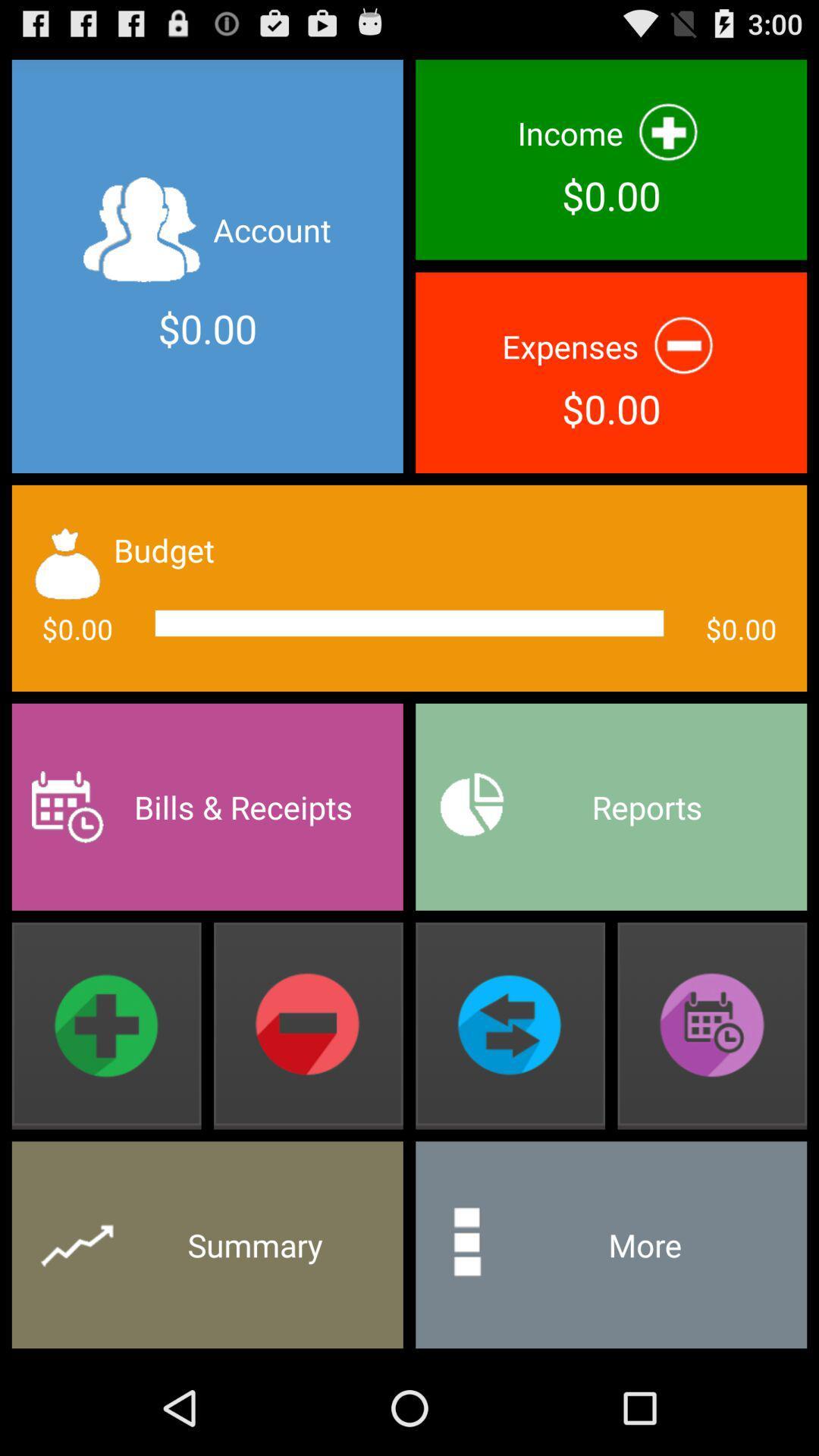 Image resolution: width=819 pixels, height=1456 pixels. I want to click on app below $0.00 item, so click(207, 806).